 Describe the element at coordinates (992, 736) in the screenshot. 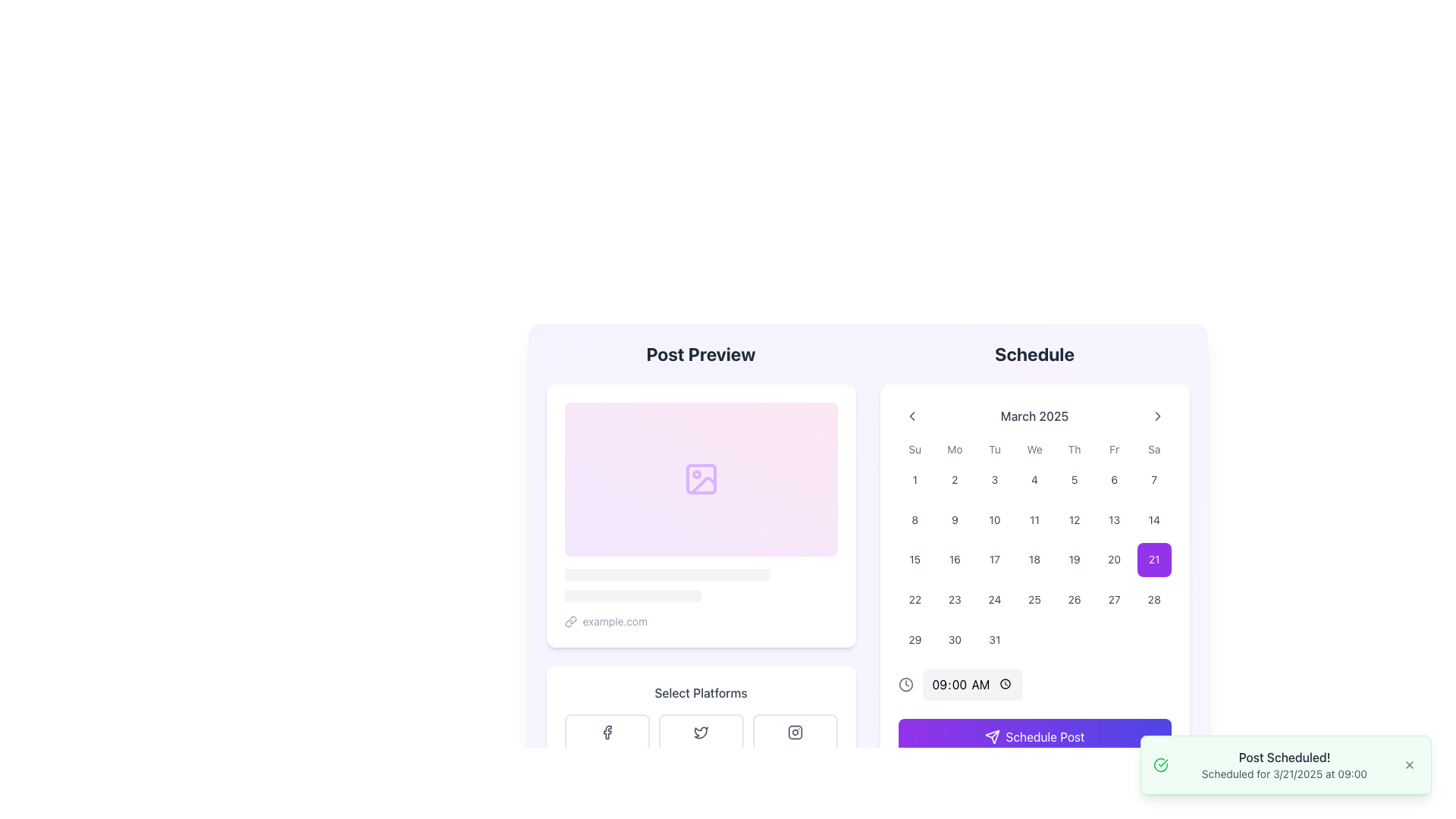

I see `the 'Schedule Post' button, which contains the SVG icon representing the 'send' or 'submit' action, located towards the lower right of the interface` at that location.